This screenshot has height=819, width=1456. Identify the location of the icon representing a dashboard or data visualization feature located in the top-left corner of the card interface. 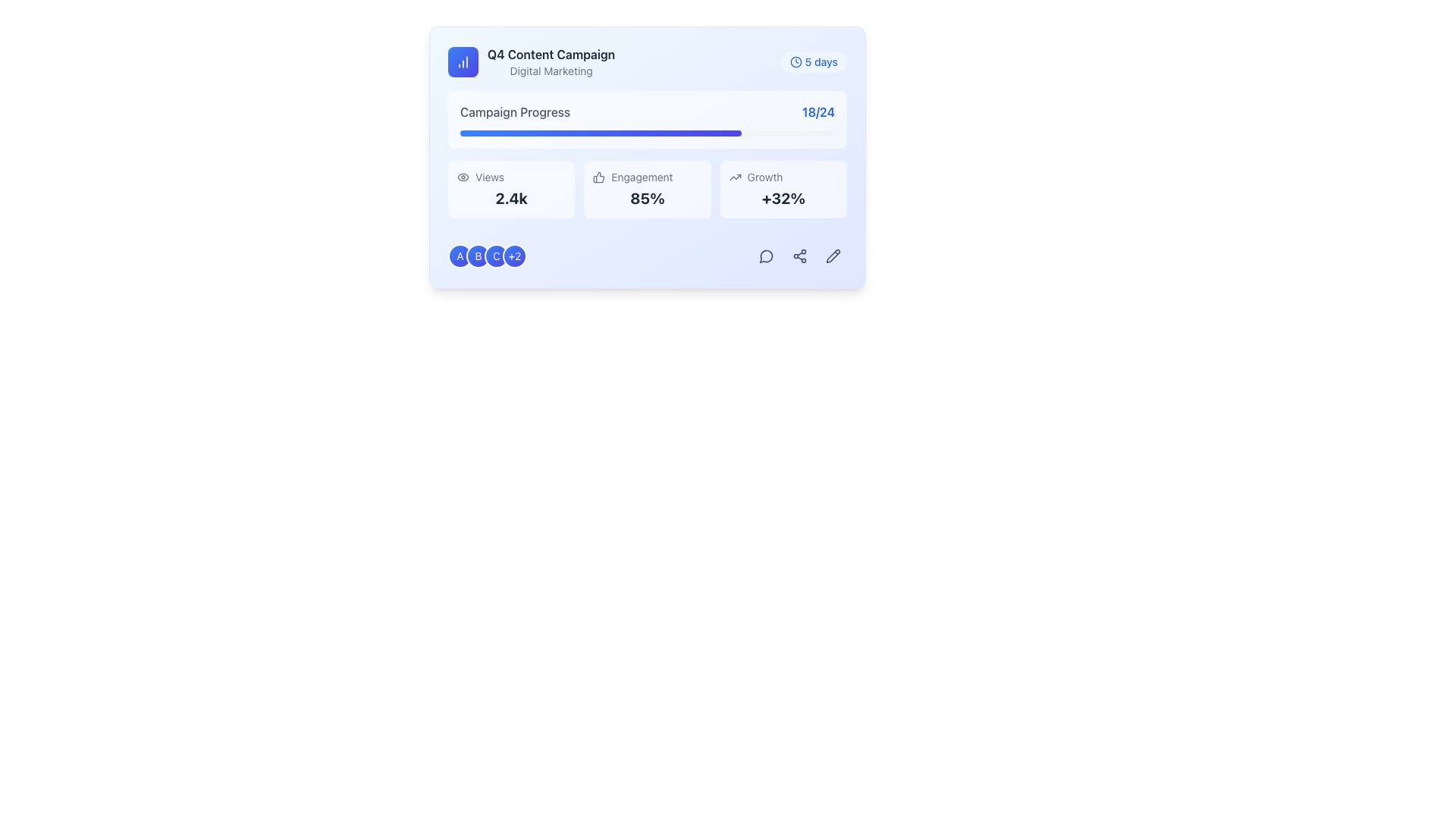
(462, 61).